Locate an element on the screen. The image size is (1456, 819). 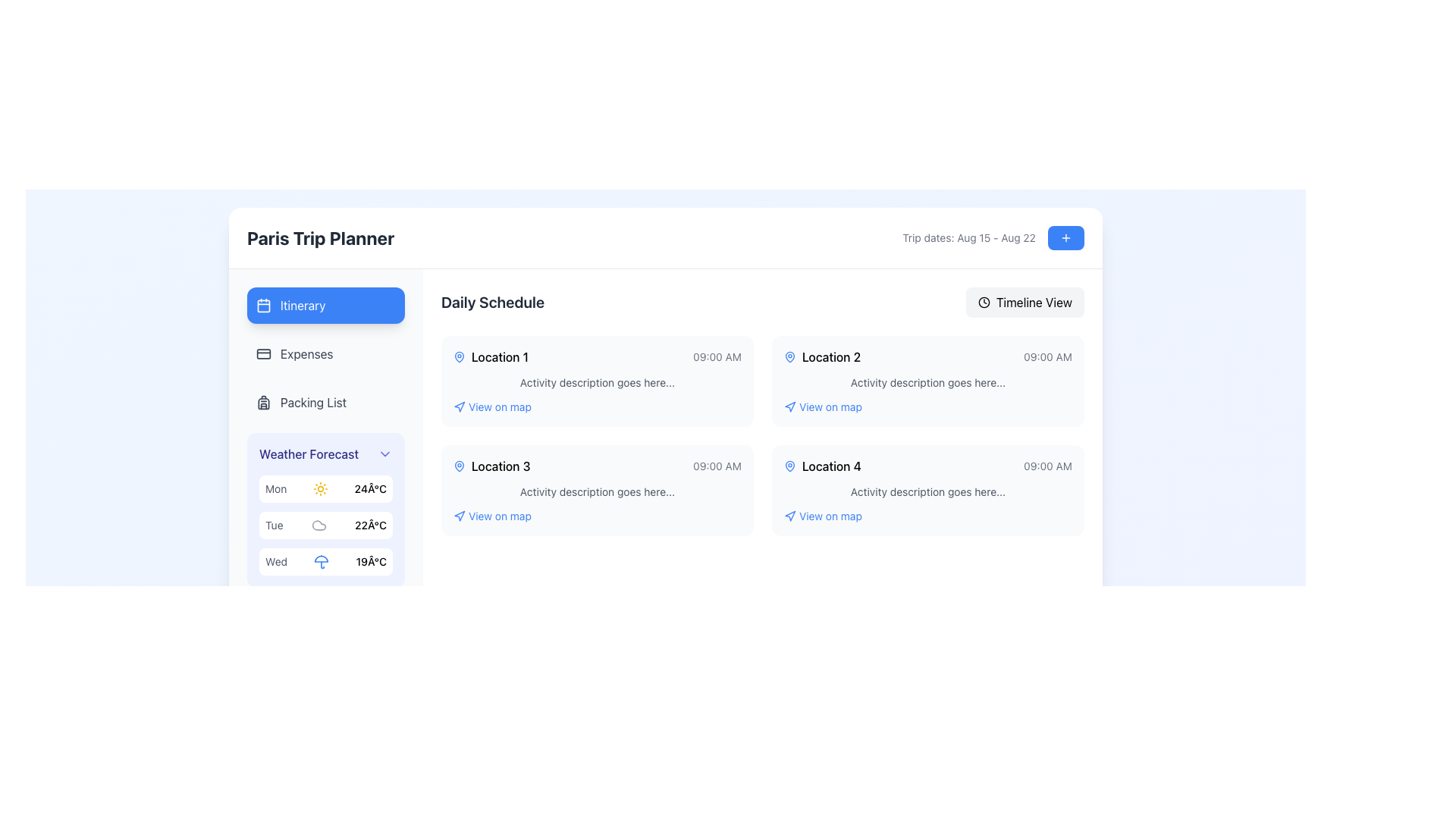
the text line reading 'Activity description goes here...' located centrally in the third schedule card under 'Location 3' and '09:00 AM' is located at coordinates (596, 491).